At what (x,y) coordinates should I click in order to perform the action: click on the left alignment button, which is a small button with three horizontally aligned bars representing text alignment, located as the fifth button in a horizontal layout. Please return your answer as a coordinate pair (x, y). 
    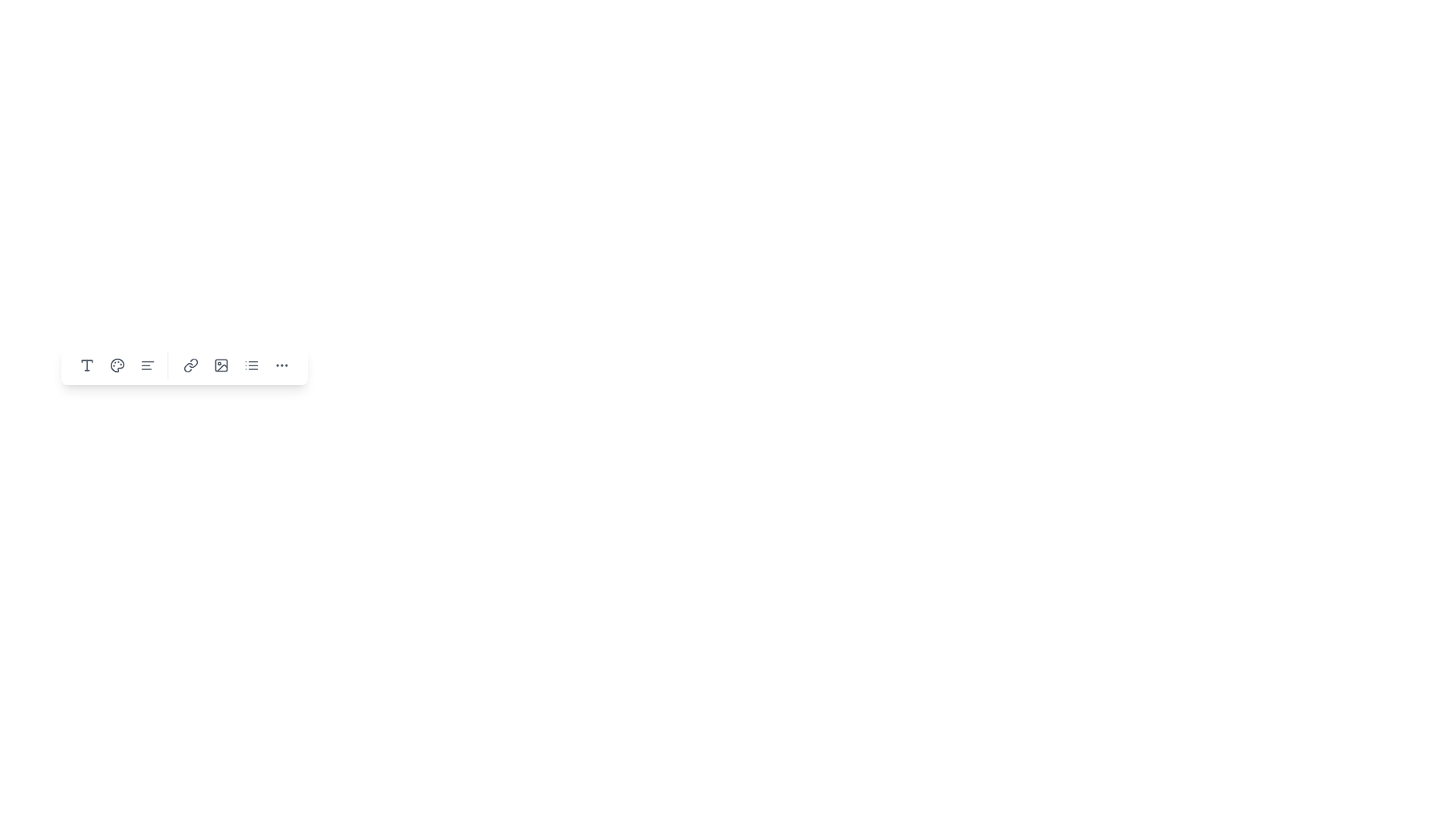
    Looking at the image, I should click on (148, 366).